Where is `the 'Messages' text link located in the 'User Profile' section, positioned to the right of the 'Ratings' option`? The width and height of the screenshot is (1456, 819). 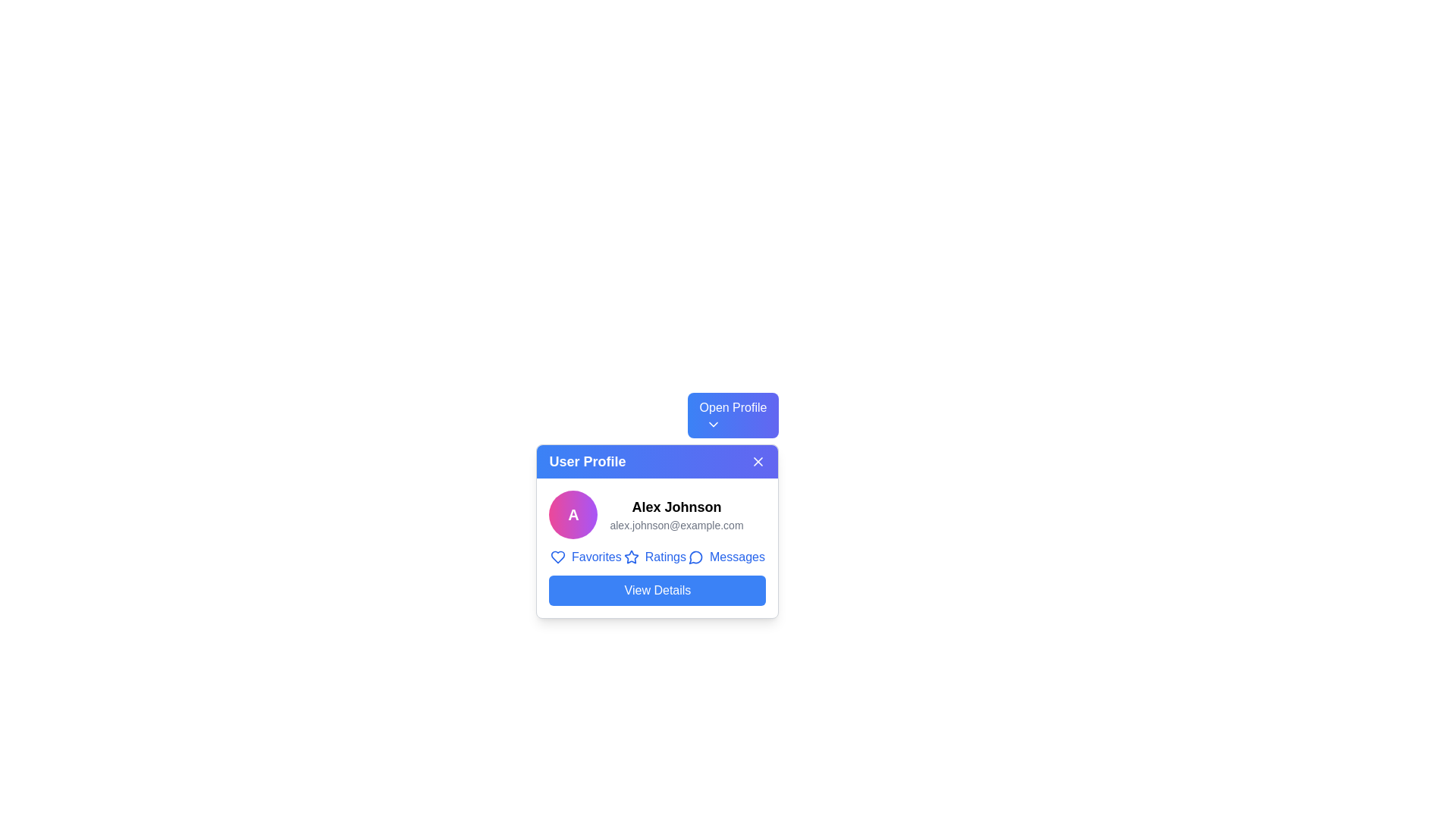
the 'Messages' text link located in the 'User Profile' section, positioned to the right of the 'Ratings' option is located at coordinates (737, 557).